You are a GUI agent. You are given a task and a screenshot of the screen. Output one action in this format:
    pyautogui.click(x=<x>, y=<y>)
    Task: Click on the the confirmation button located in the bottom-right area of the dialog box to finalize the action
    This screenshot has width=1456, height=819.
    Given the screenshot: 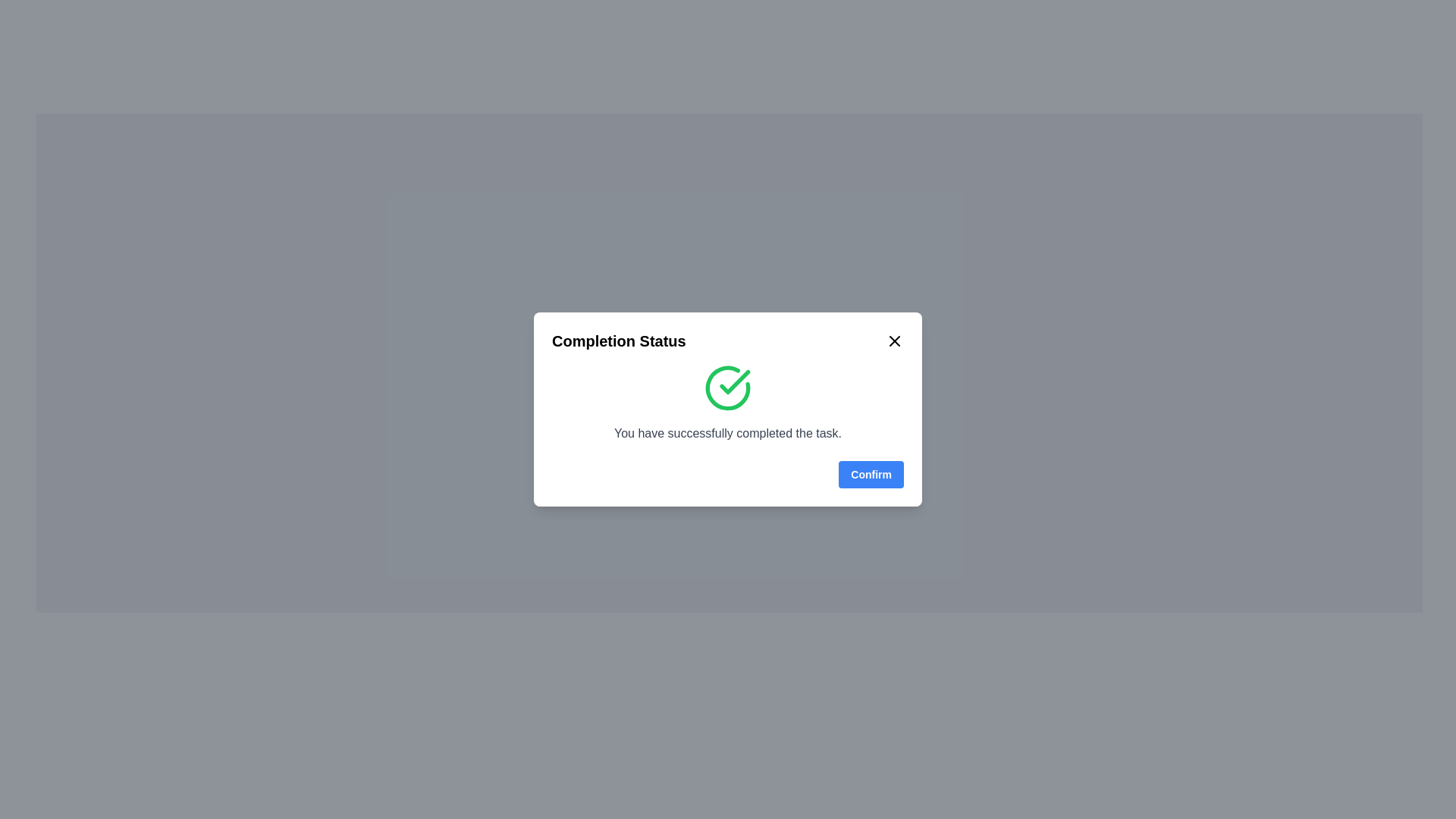 What is the action you would take?
    pyautogui.click(x=871, y=473)
    